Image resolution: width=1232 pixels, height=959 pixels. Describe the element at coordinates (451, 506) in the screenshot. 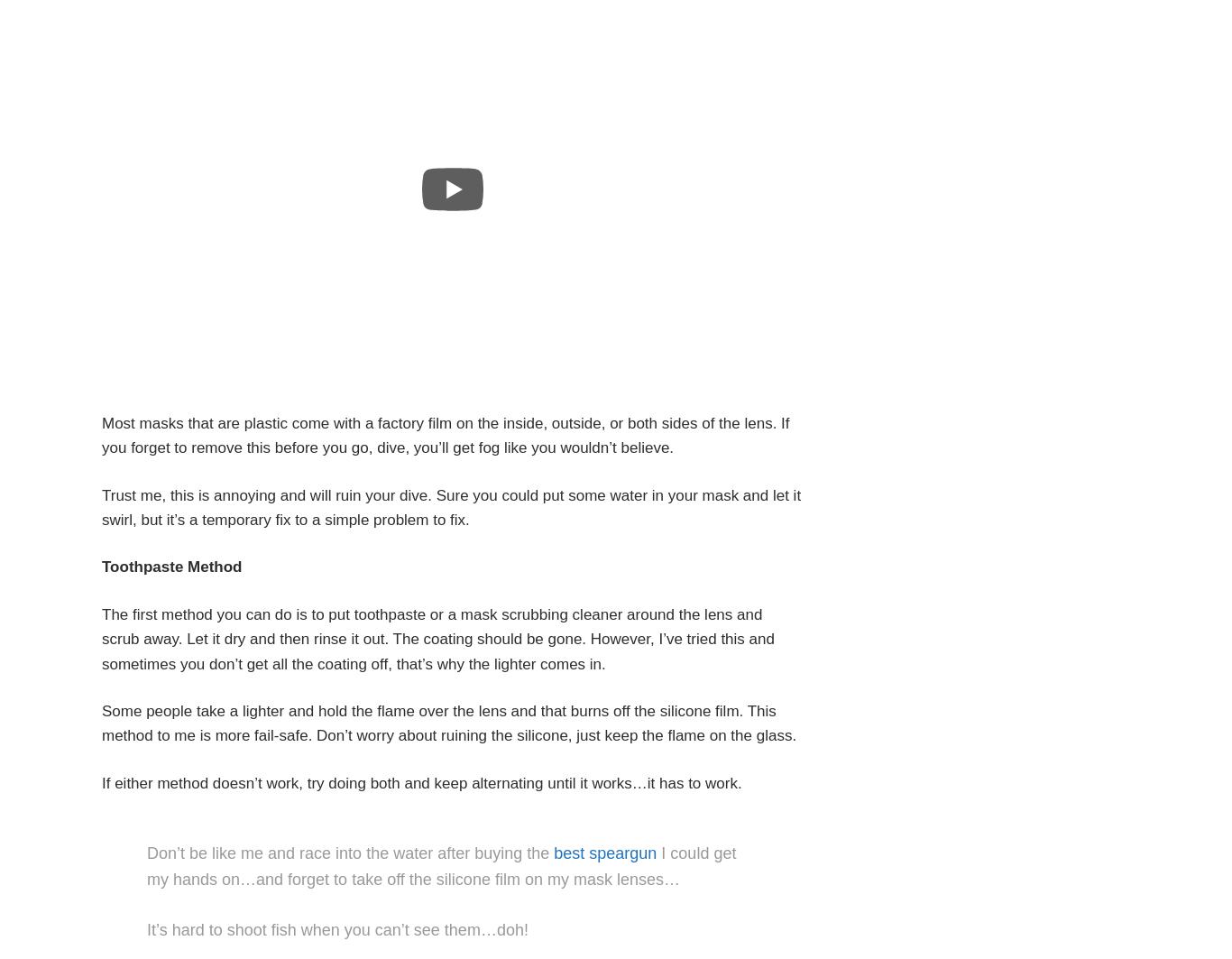

I see `'Trust me, this is annoying and will ruin your dive. Sure you could put some water in your mask and let it swirl, but it’s a temporary fix to a simple problem to fix.'` at that location.